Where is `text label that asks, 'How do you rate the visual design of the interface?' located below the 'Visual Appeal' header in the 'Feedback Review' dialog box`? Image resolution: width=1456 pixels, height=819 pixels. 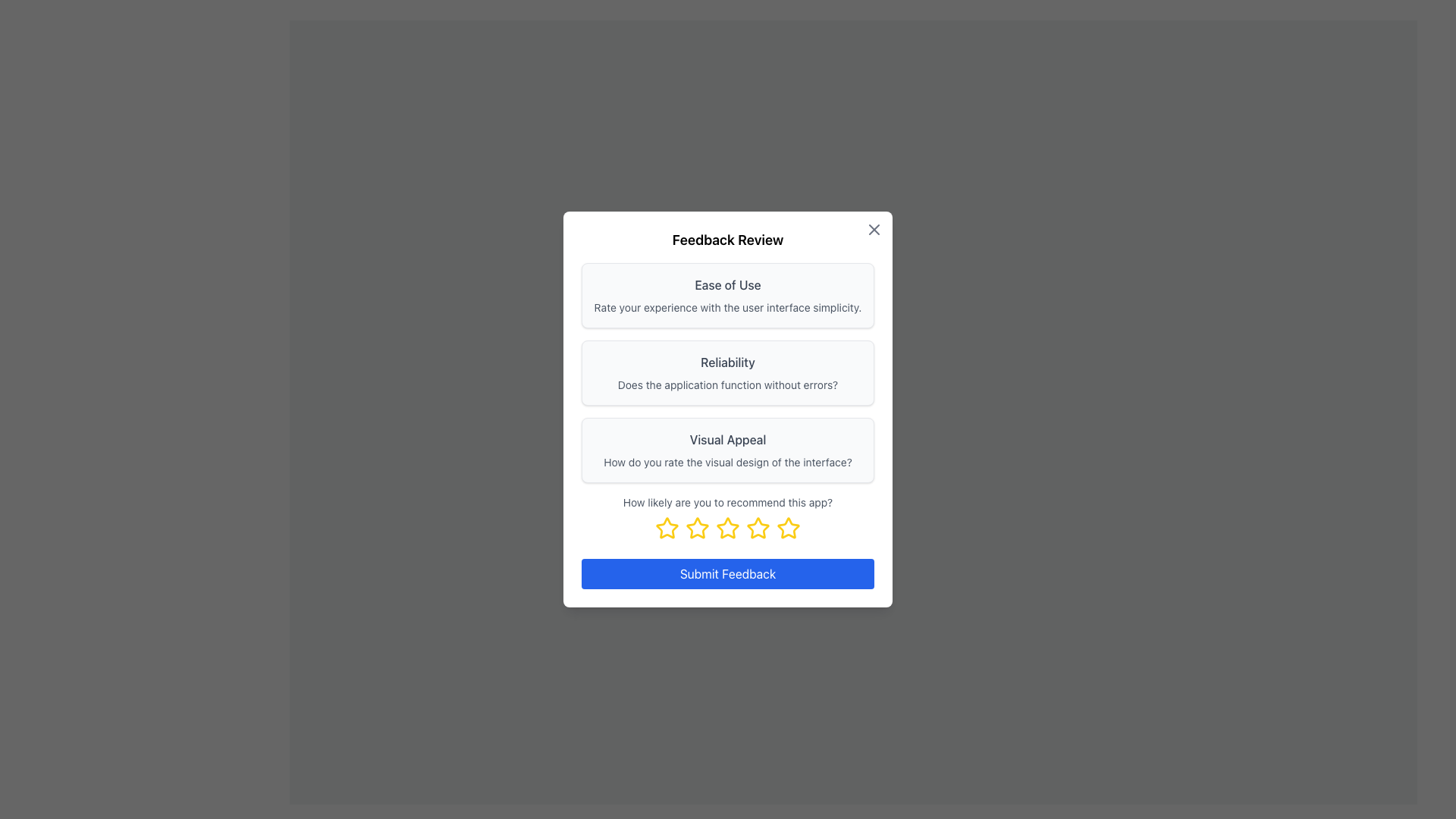 text label that asks, 'How do you rate the visual design of the interface?' located below the 'Visual Appeal' header in the 'Feedback Review' dialog box is located at coordinates (728, 461).